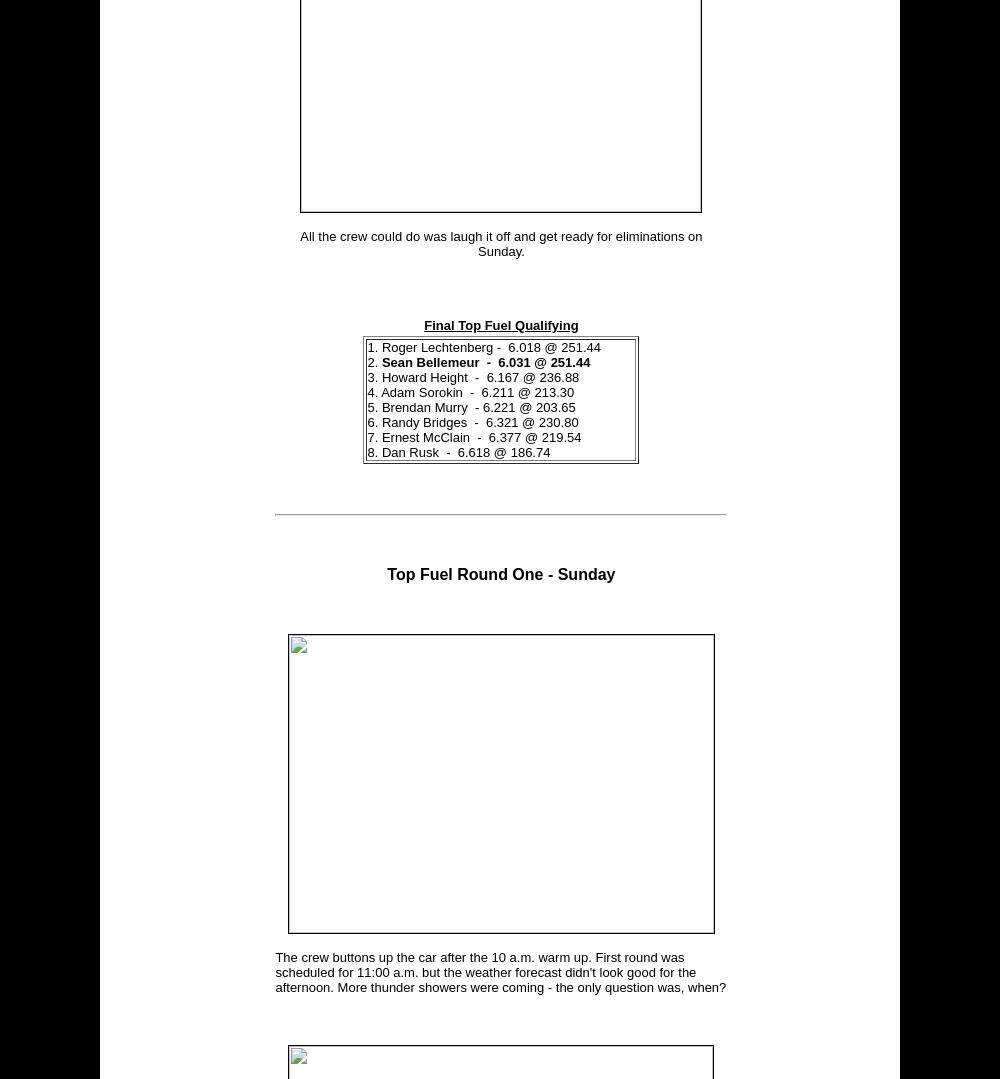  I want to click on '3. Howard Height  -  6.167 @ 236.88', so click(472, 376).